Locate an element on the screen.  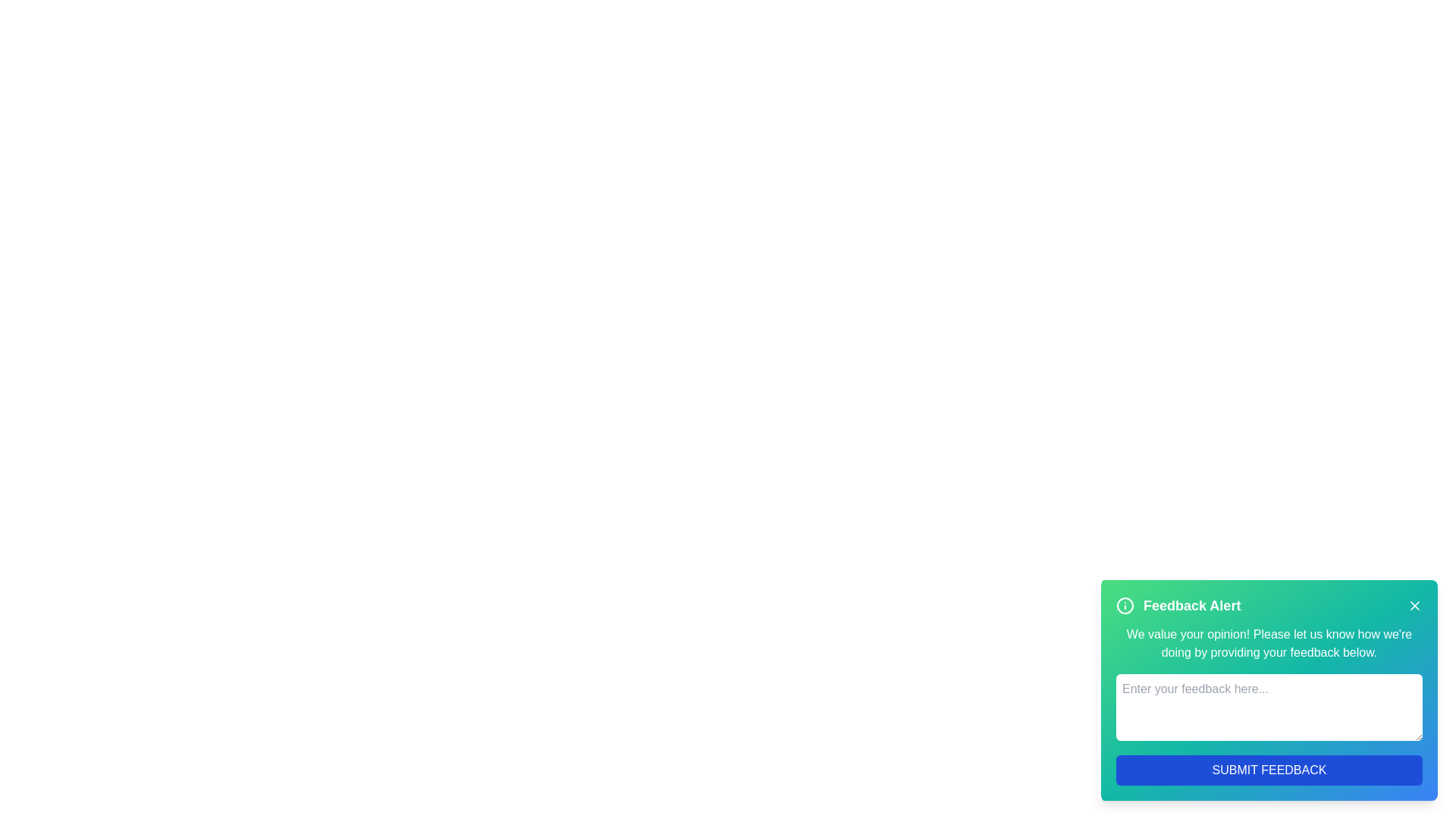
the submit feedback button is located at coordinates (1269, 770).